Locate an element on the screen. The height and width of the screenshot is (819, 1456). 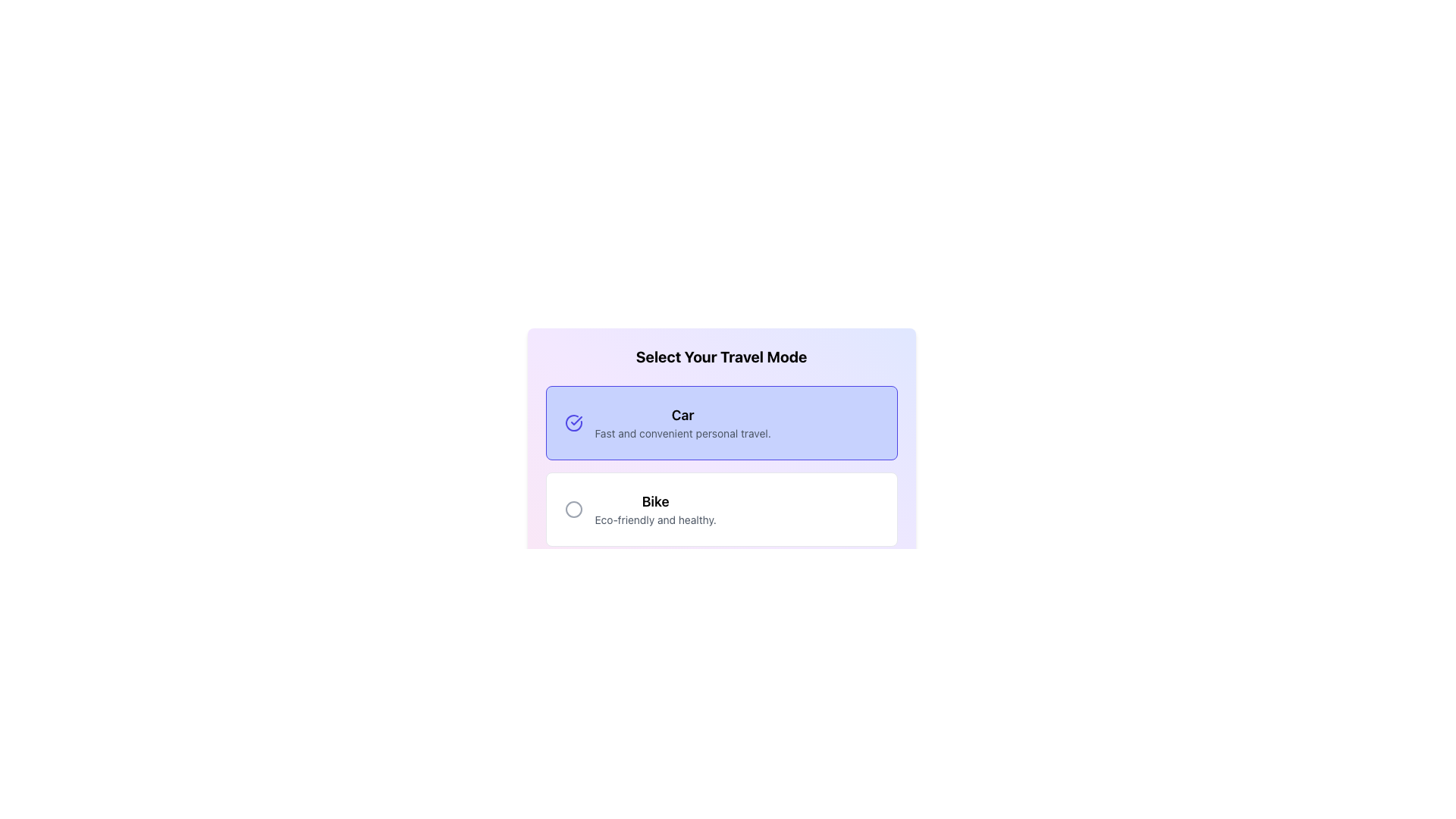
the unselected circular outline radio button in the 'Select Your Travel Mode' section labeled 'Bike' is located at coordinates (573, 509).